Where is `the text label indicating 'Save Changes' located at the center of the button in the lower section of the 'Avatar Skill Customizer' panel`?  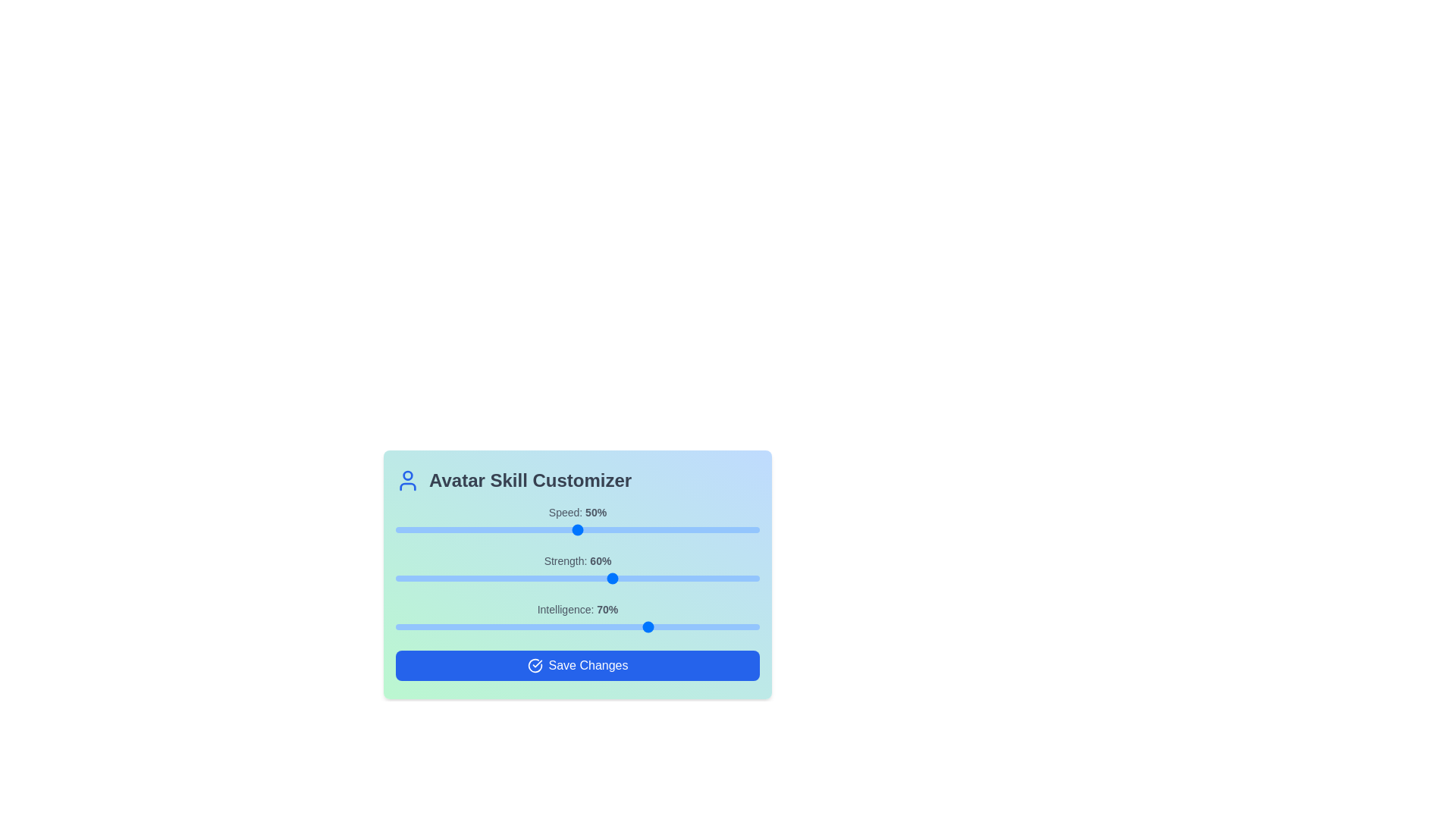 the text label indicating 'Save Changes' located at the center of the button in the lower section of the 'Avatar Skill Customizer' panel is located at coordinates (588, 665).